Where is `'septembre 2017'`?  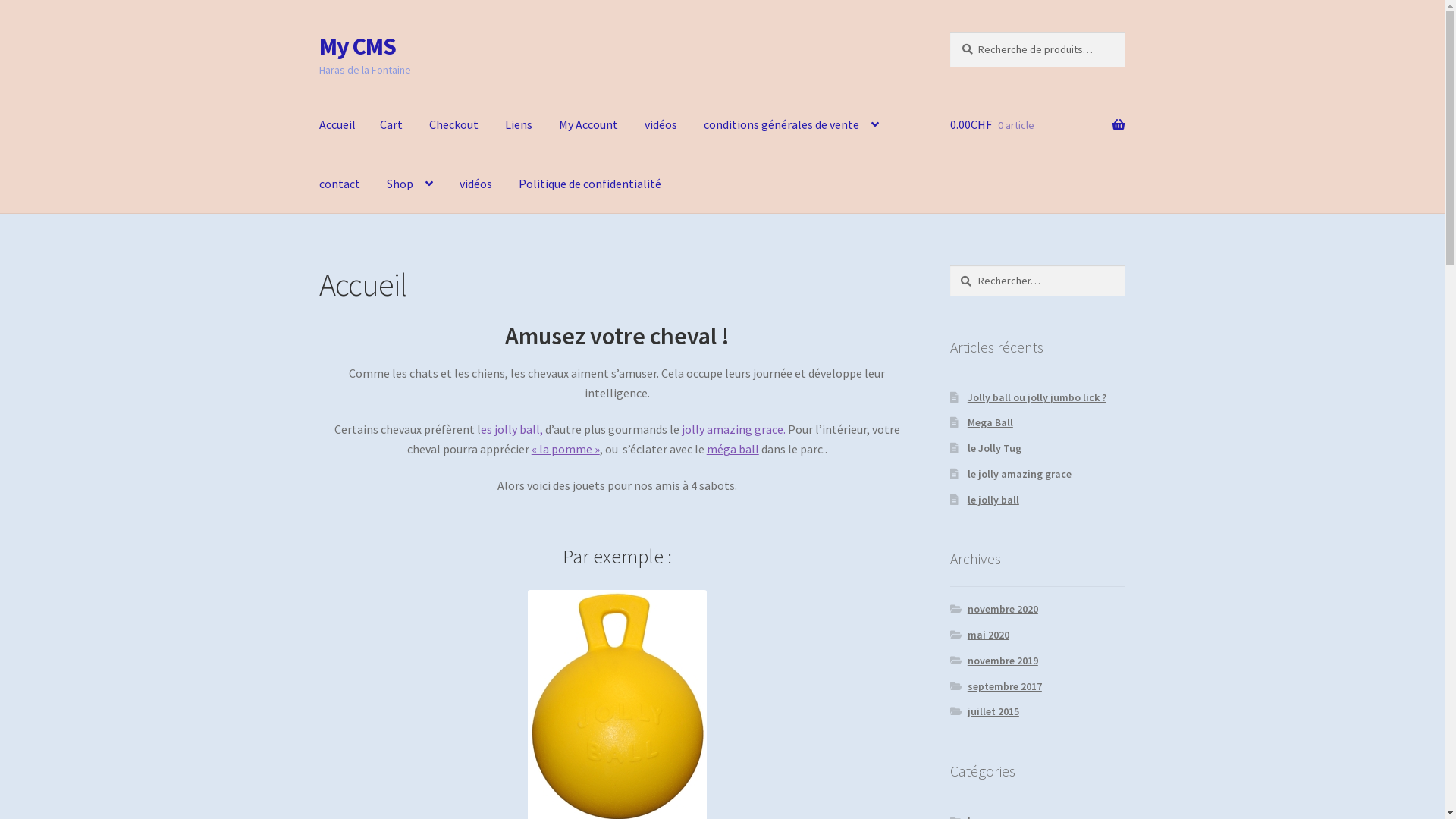 'septembre 2017' is located at coordinates (967, 686).